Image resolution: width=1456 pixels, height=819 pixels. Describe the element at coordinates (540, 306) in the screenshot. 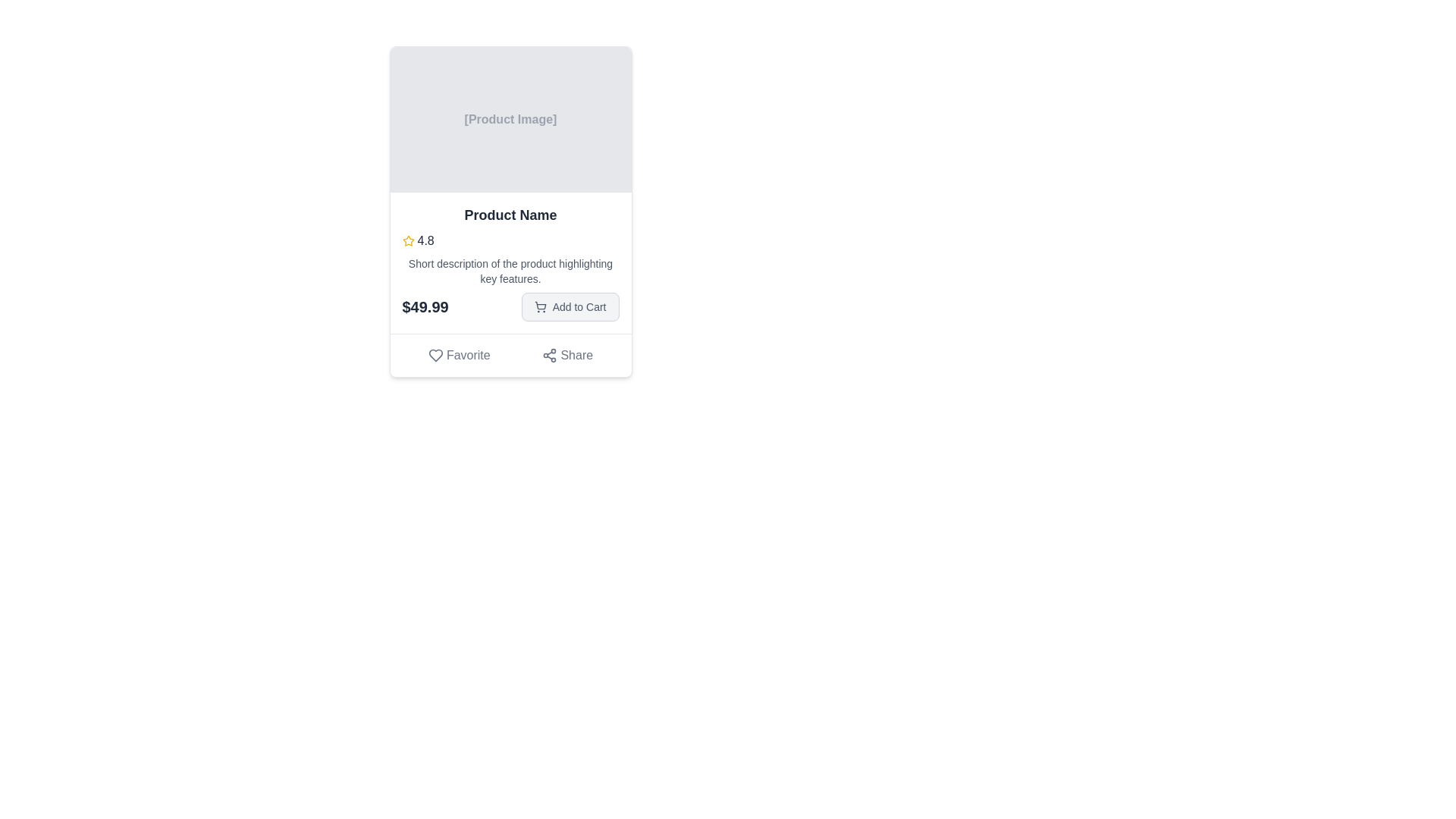

I see `the shopping cart icon located within the 'Add to Cart' button below the product description and price on the card` at that location.